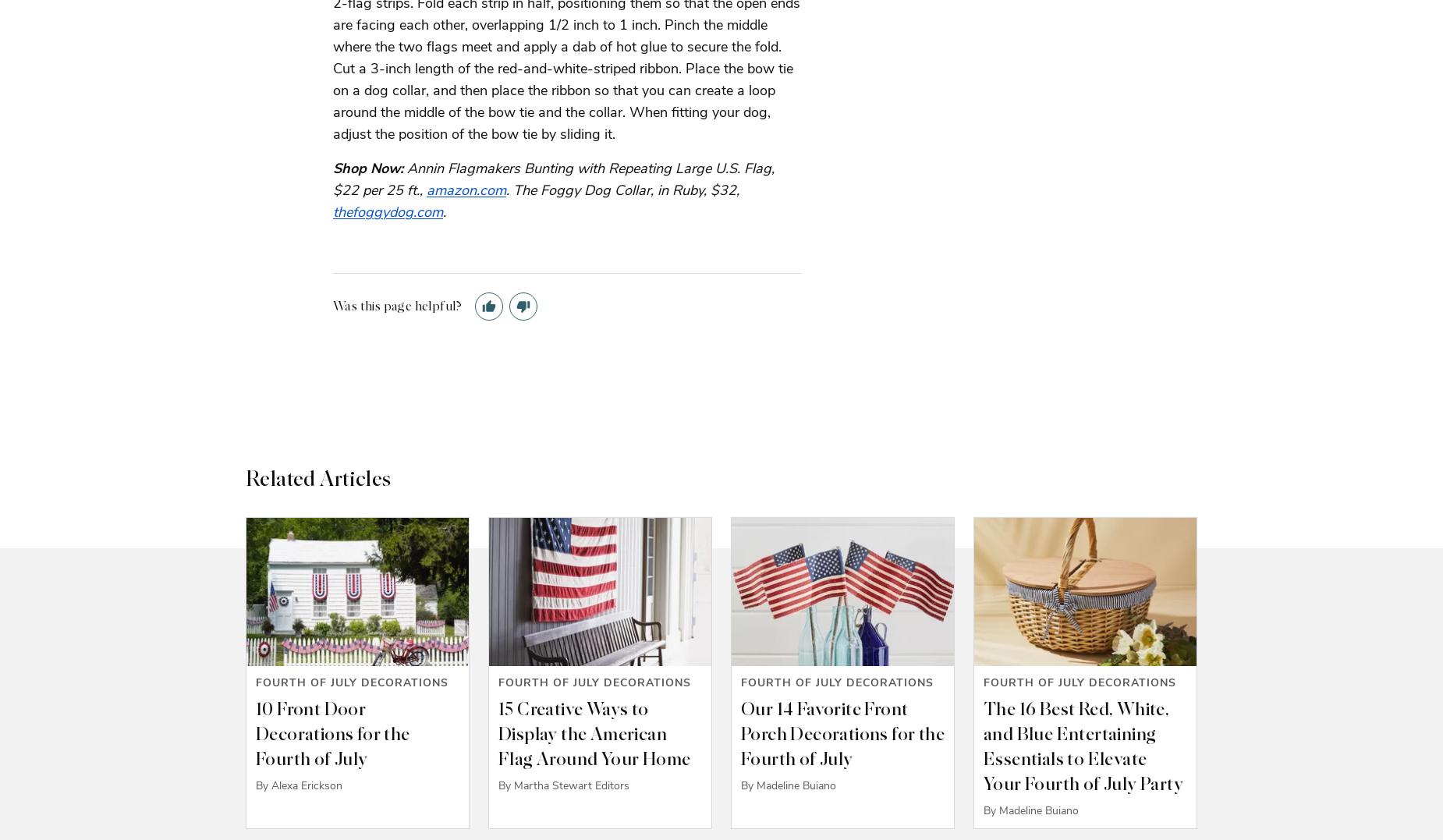  Describe the element at coordinates (331, 732) in the screenshot. I see `'10 Front Door Decorations for the Fourth of July'` at that location.